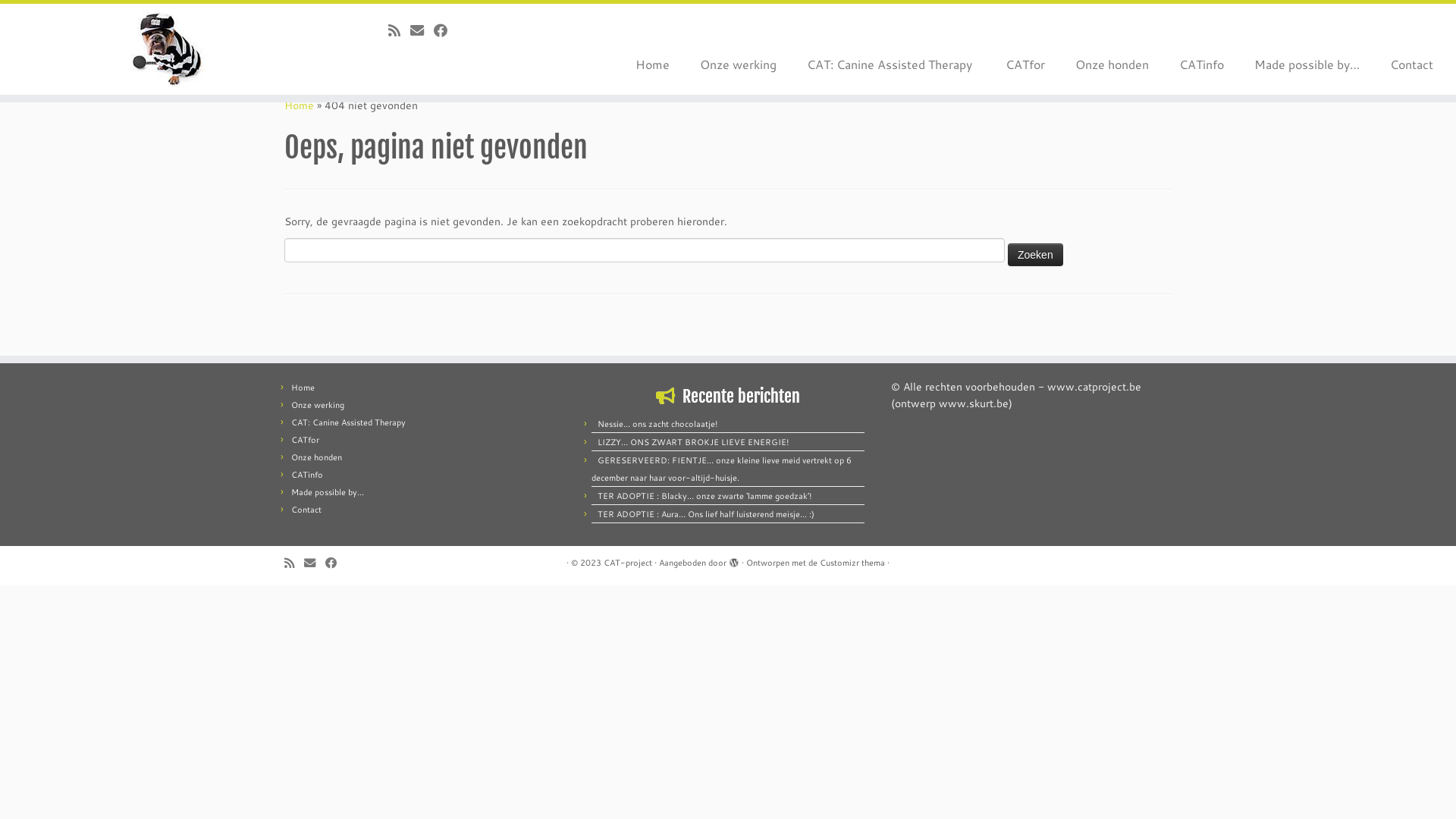 The width and height of the screenshot is (1456, 819). Describe the element at coordinates (399, 30) in the screenshot. I see `'Abonneer op mijn RSS feed'` at that location.